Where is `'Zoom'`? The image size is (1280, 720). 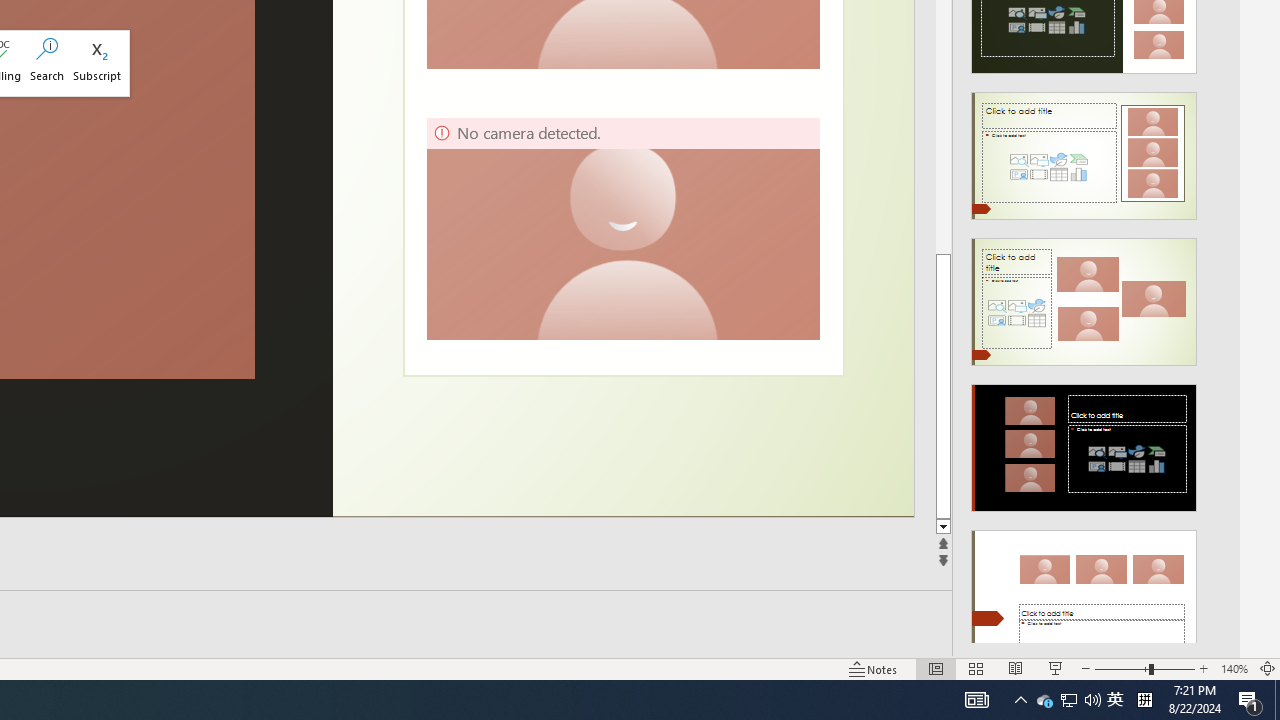
'Zoom' is located at coordinates (1144, 669).